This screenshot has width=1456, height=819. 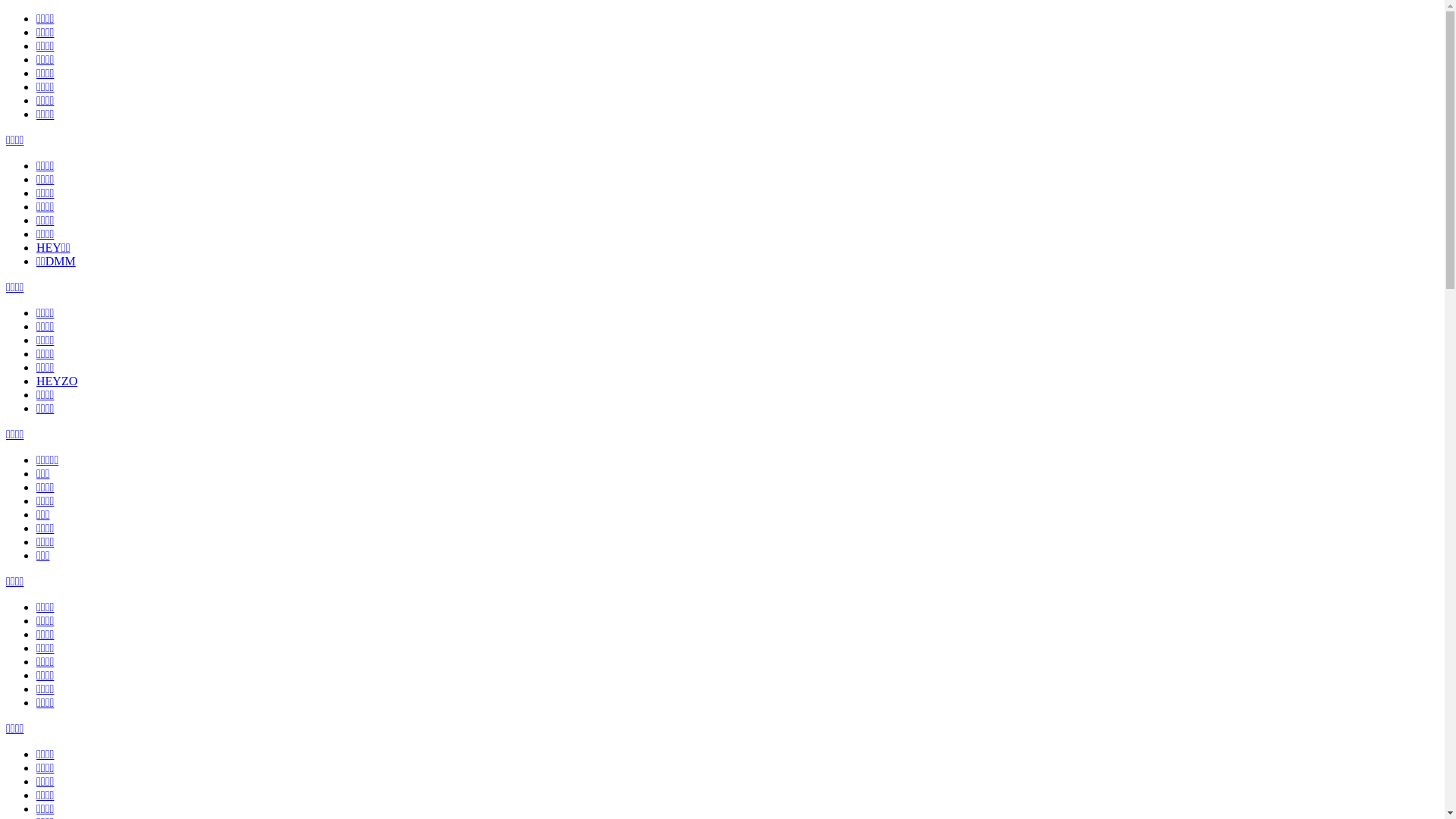 I want to click on 'HEYZO', so click(x=57, y=380).